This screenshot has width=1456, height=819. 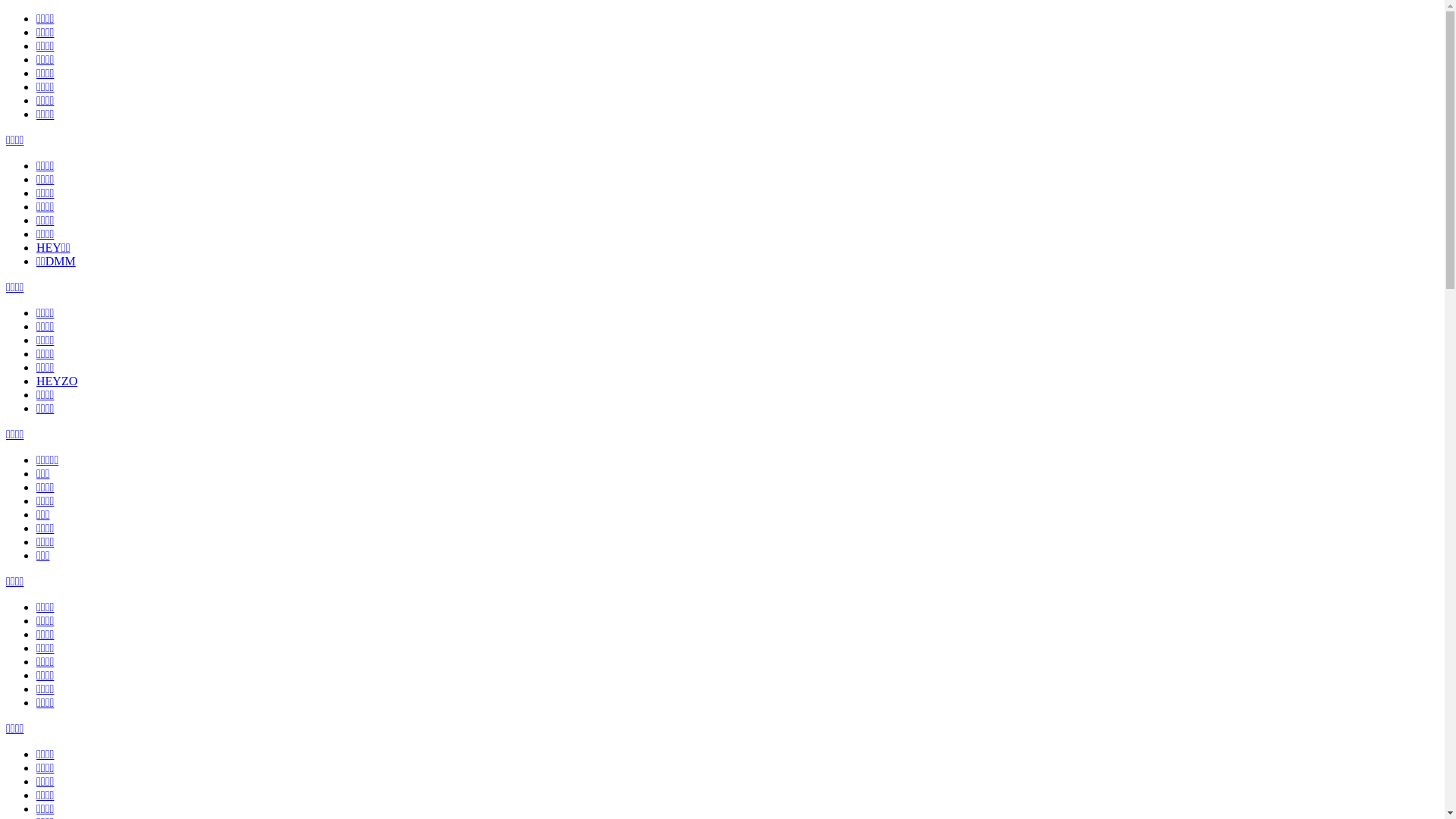 I want to click on 'HEYZO', so click(x=57, y=380).